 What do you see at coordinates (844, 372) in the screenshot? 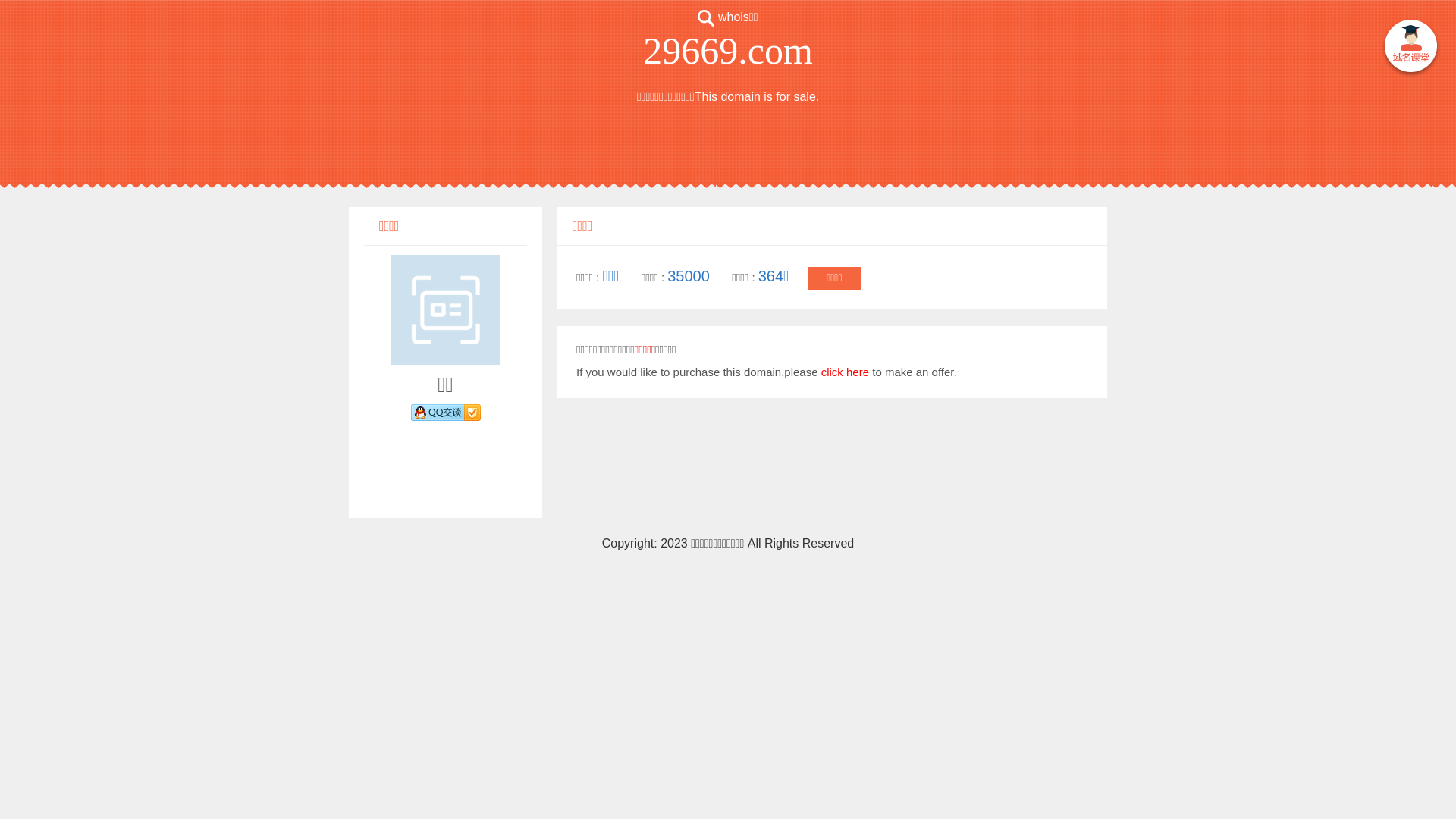
I see `'click here'` at bounding box center [844, 372].